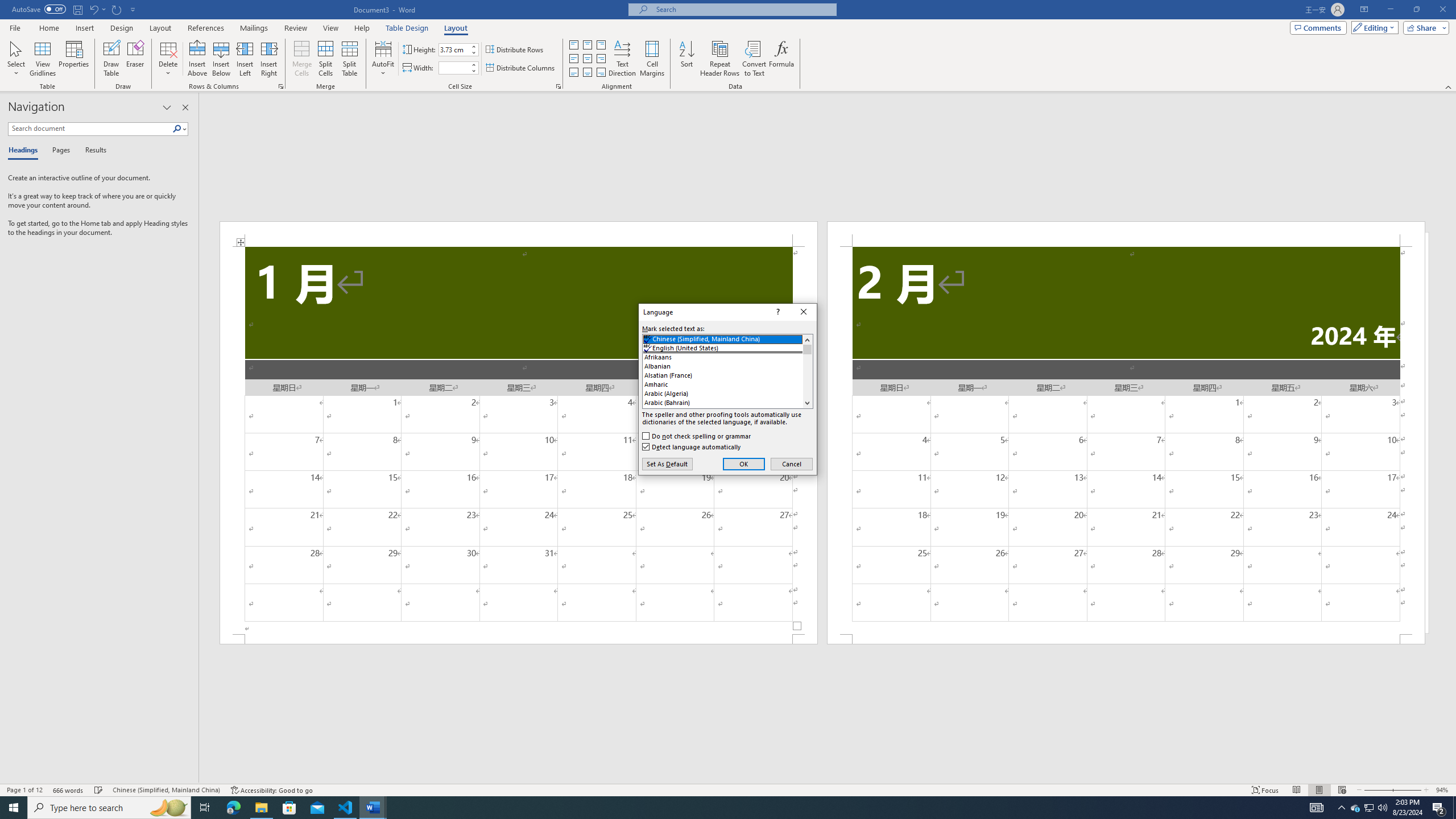 This screenshot has height=819, width=1456. I want to click on 'File Explorer - 1 running window', so click(260, 806).